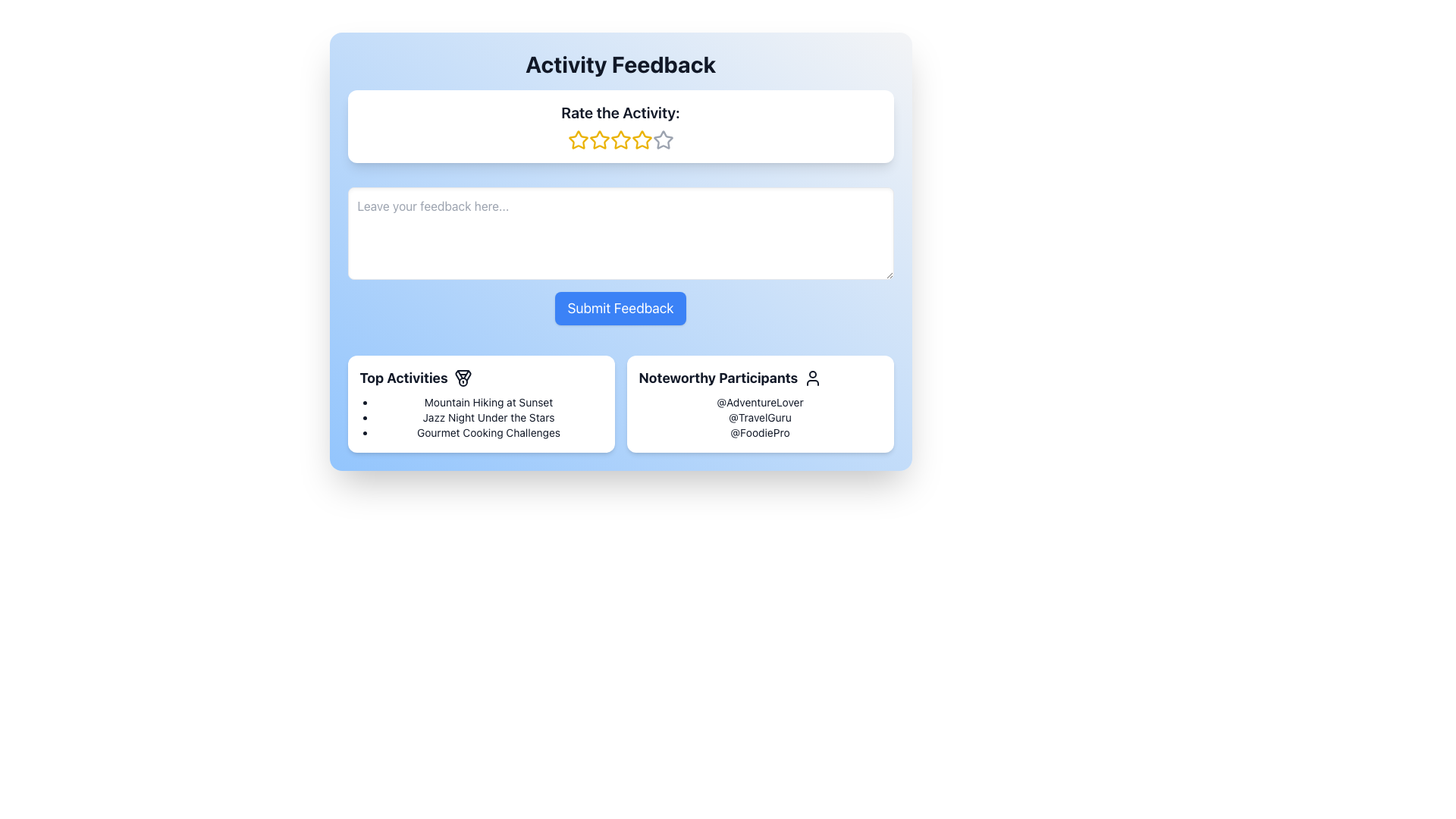 The width and height of the screenshot is (1456, 819). What do you see at coordinates (577, 140) in the screenshot?
I see `the first star icon in the rating component located at the top of the feedback section near the 'Activity Feedback' header` at bounding box center [577, 140].